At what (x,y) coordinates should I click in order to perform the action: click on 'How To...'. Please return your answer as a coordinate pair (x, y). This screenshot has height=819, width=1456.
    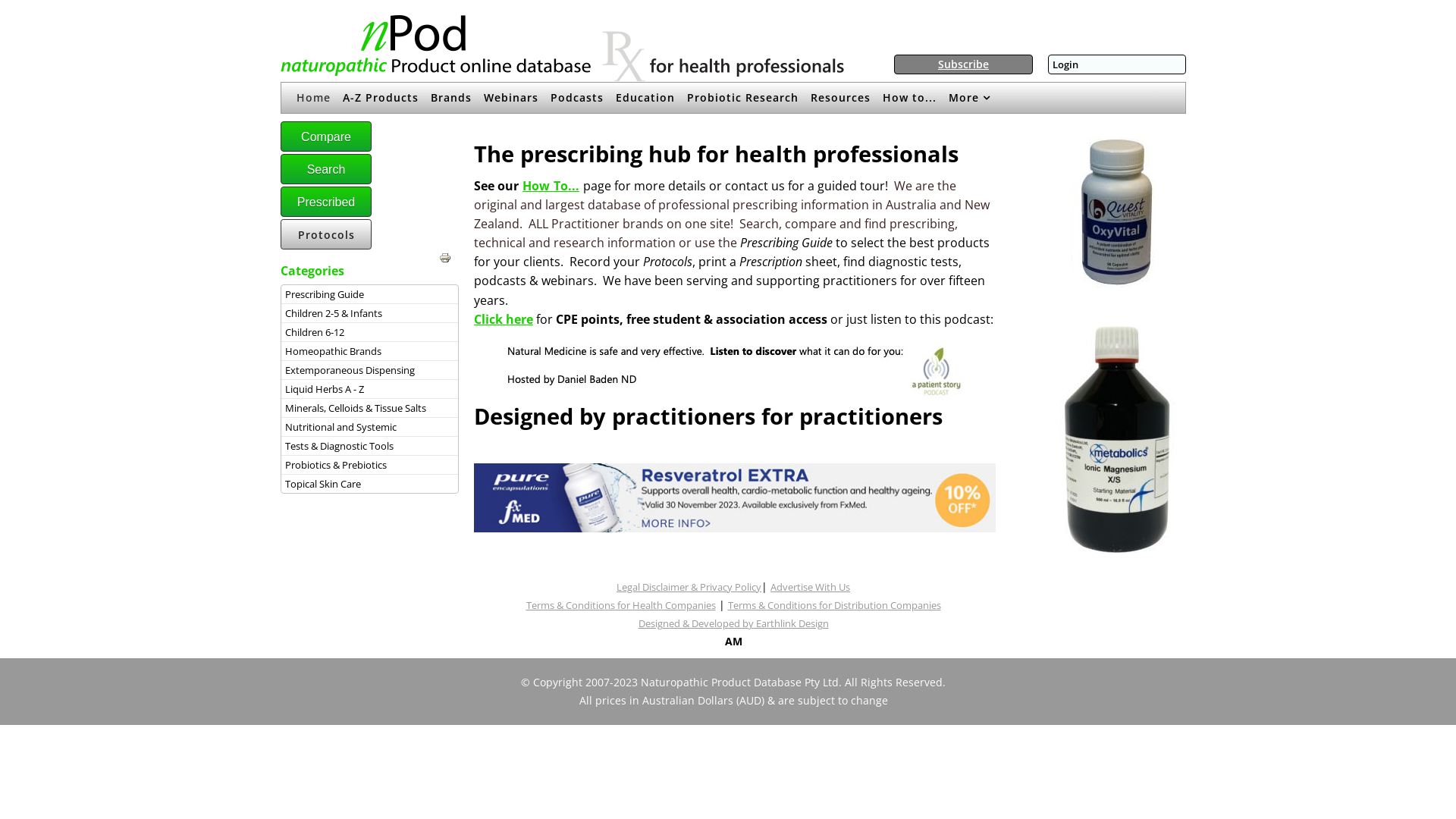
    Looking at the image, I should click on (522, 184).